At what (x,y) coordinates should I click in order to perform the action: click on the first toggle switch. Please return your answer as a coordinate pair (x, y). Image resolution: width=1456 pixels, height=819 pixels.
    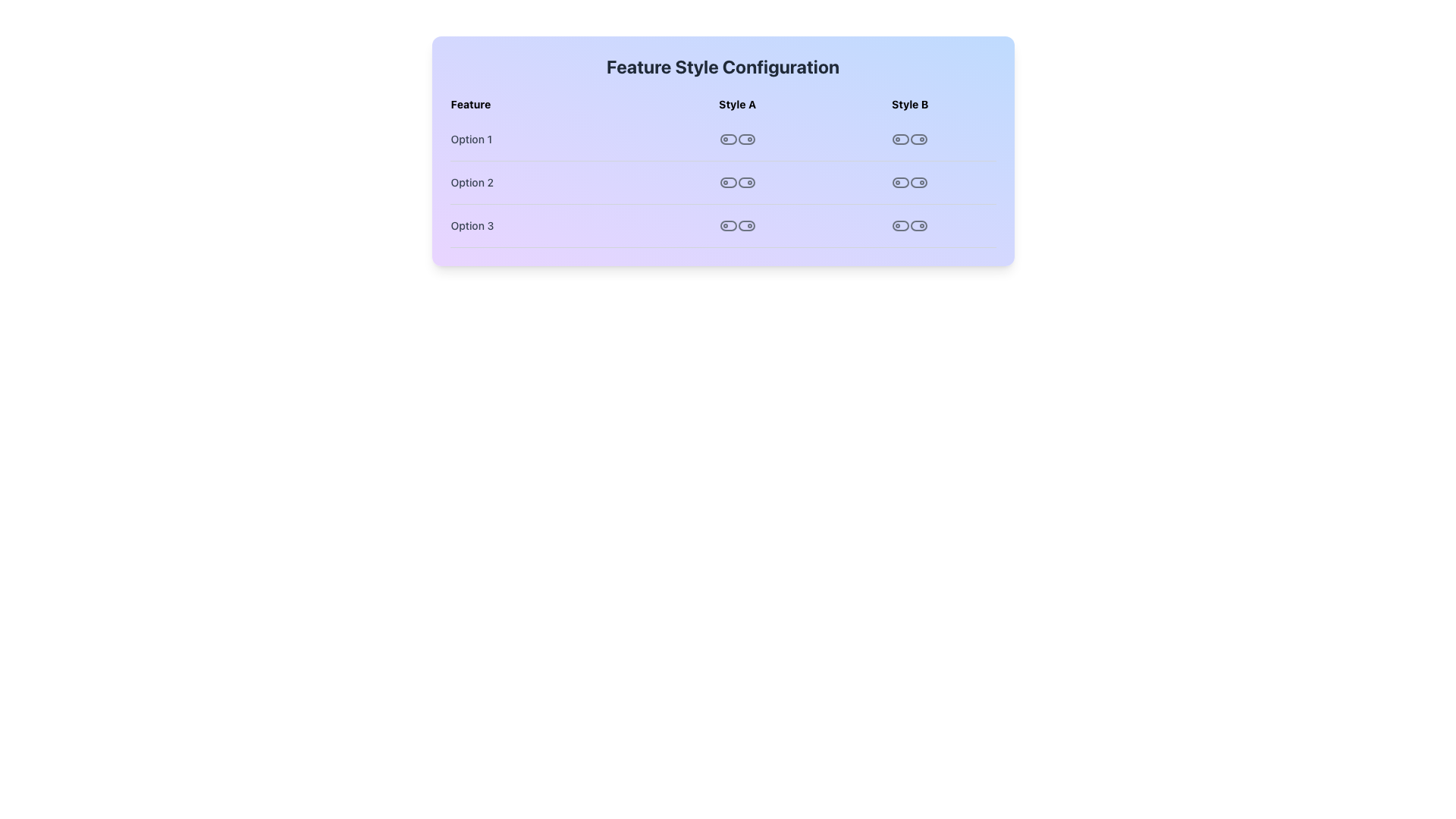
    Looking at the image, I should click on (901, 225).